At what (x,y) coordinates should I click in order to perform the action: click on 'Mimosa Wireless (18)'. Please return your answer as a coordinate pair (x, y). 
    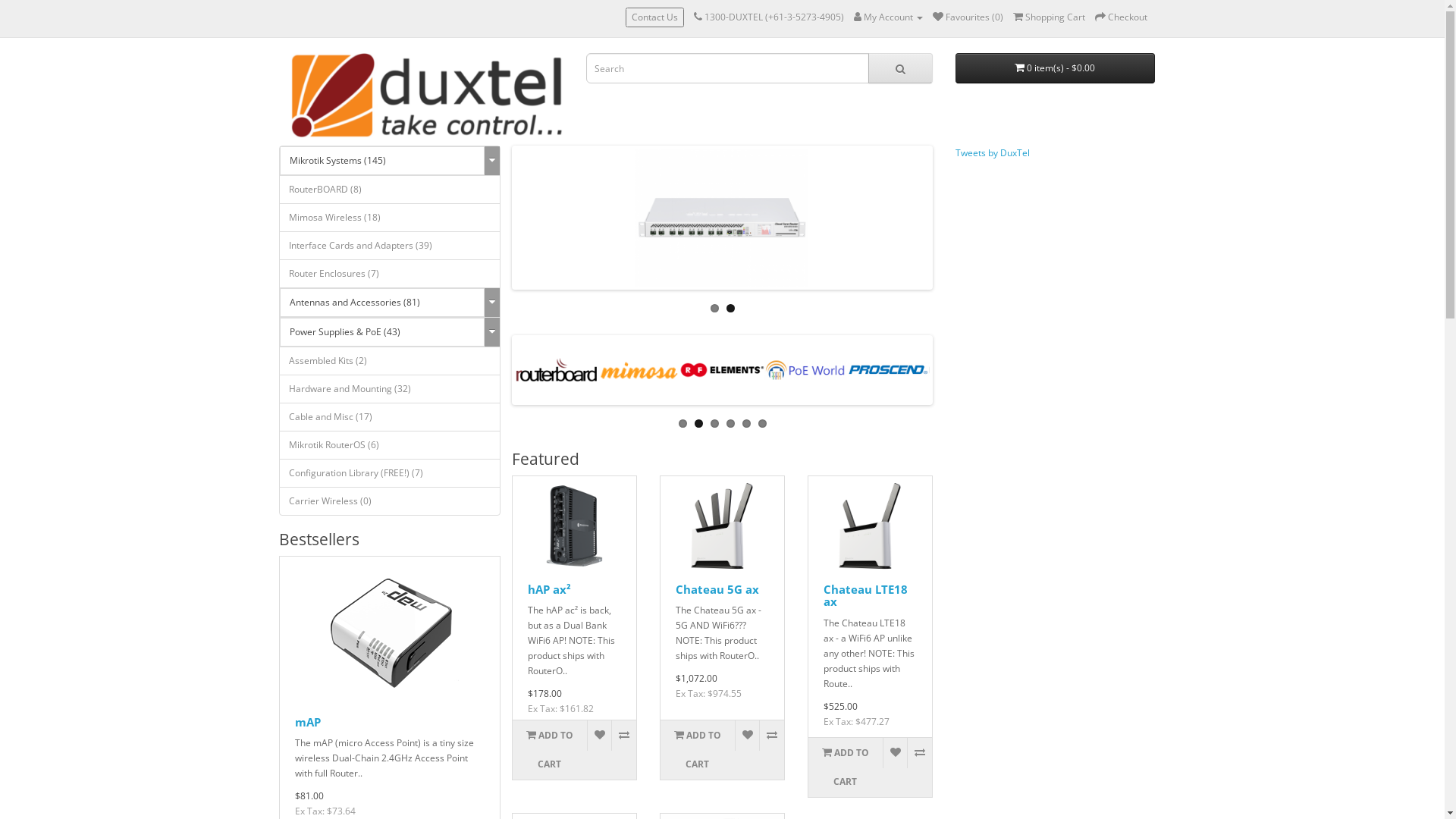
    Looking at the image, I should click on (279, 217).